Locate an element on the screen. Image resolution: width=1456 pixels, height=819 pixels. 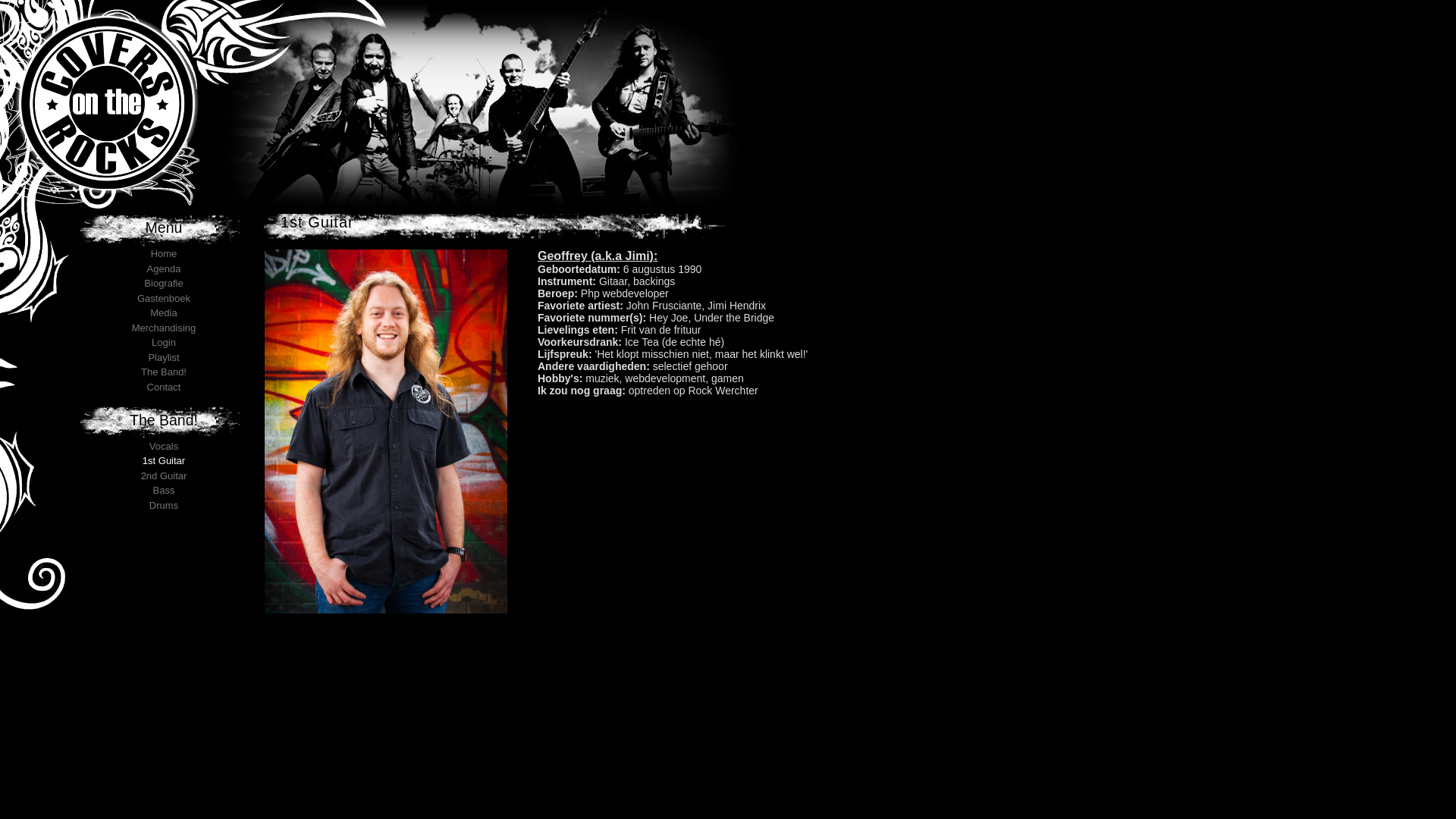
'Gastenboek' is located at coordinates (164, 298).